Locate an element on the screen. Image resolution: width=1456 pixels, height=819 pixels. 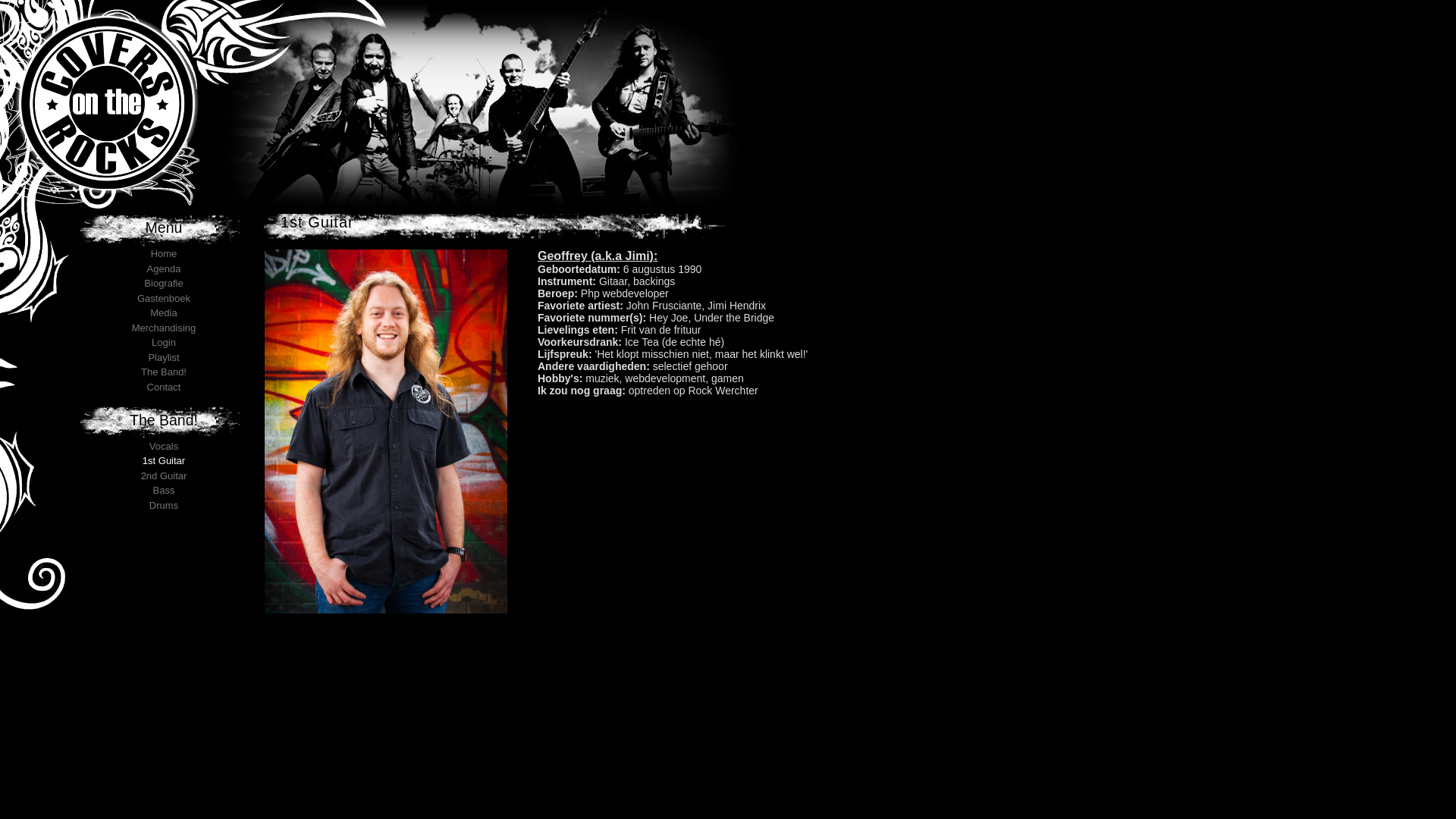
'Gastenboek' is located at coordinates (164, 298).